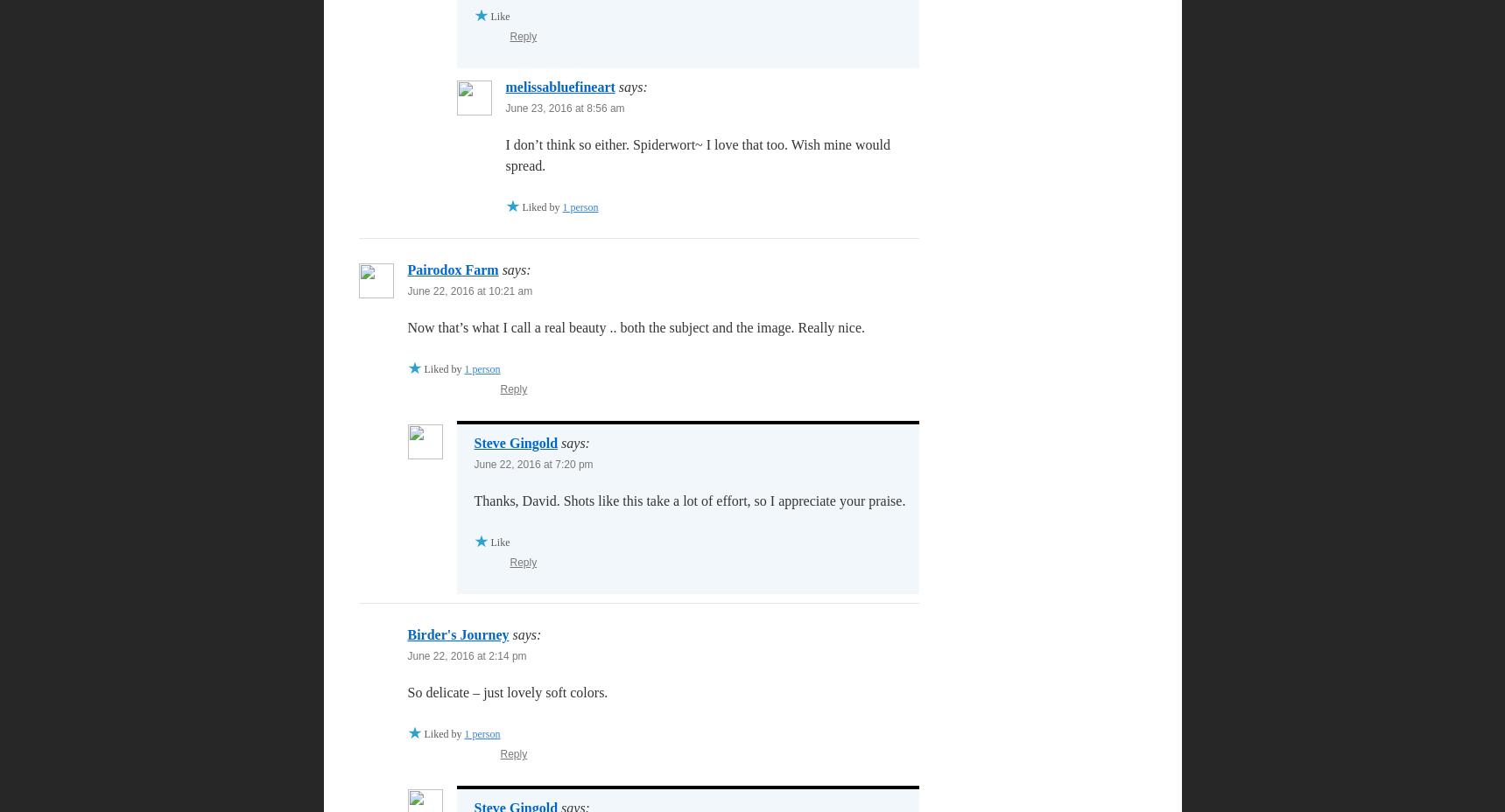  I want to click on 'June 22, 2016 at 7:20 pm', so click(472, 464).